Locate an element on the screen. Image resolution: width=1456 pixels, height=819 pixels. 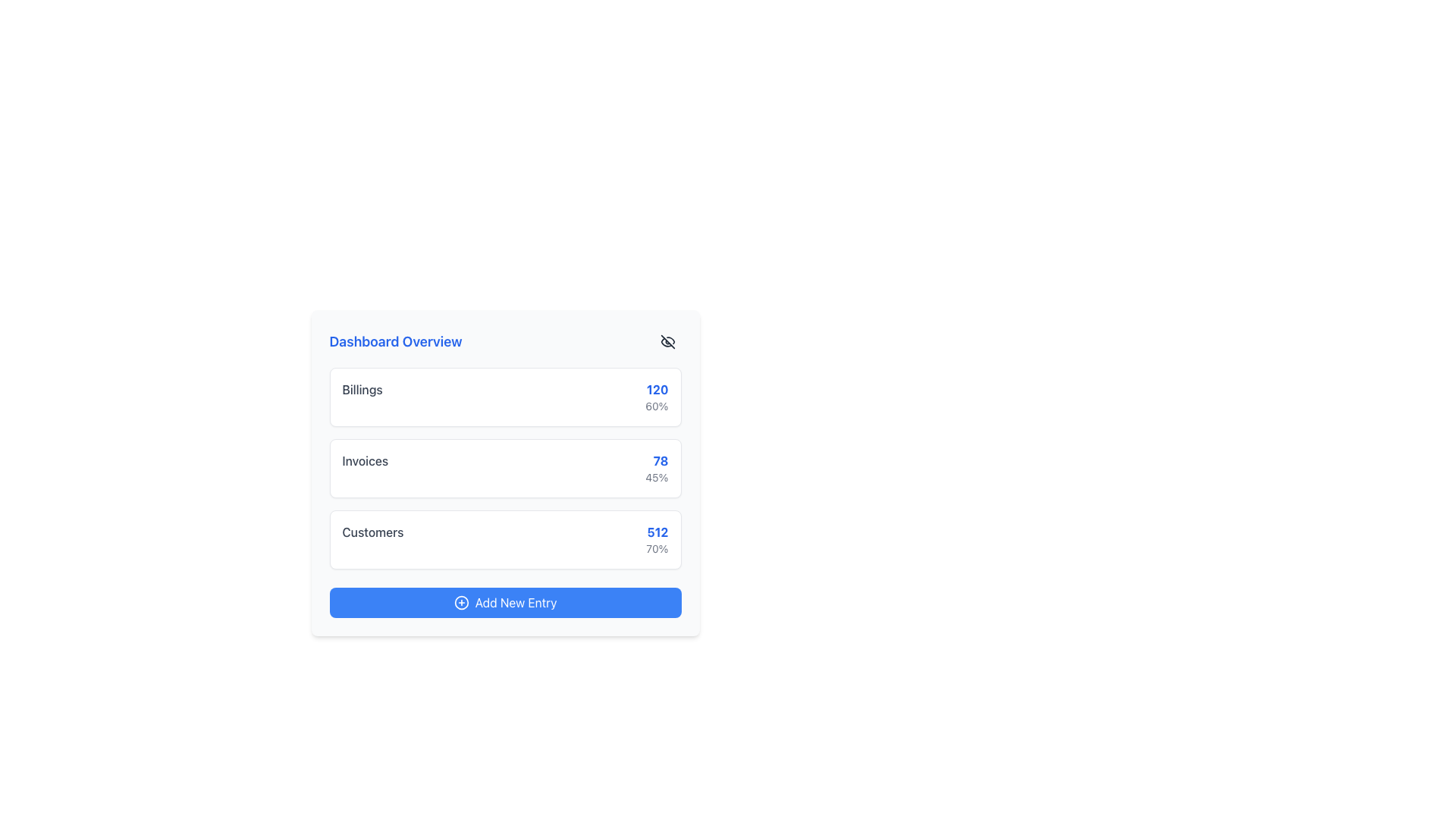
the numeric value displaying the 'Customers' metric located in the dashboard, positioned at the right side of the 'Customers' row, above the '70%' percentage text is located at coordinates (657, 532).